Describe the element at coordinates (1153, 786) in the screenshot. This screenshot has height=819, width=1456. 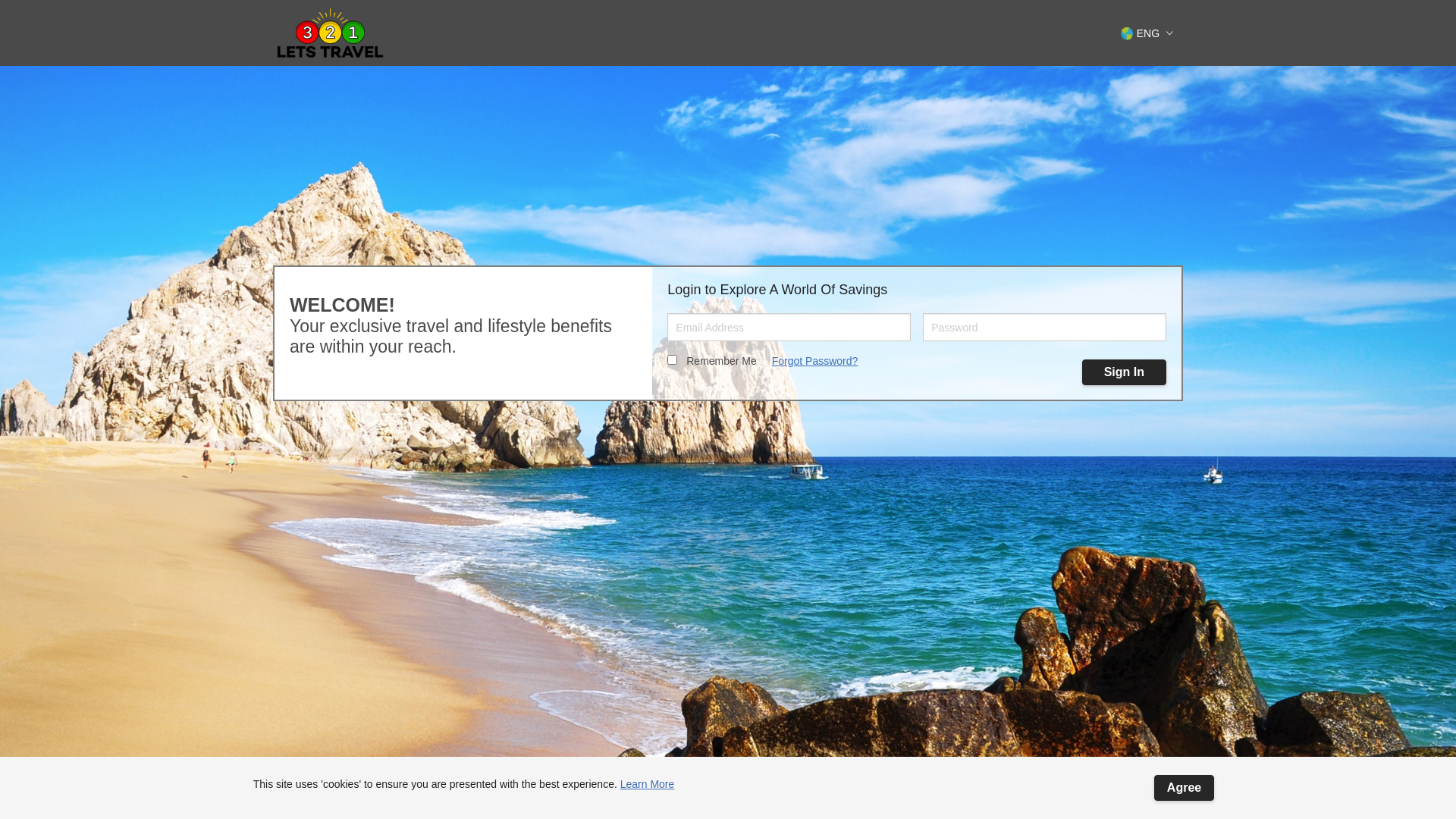
I see `'Agree'` at that location.